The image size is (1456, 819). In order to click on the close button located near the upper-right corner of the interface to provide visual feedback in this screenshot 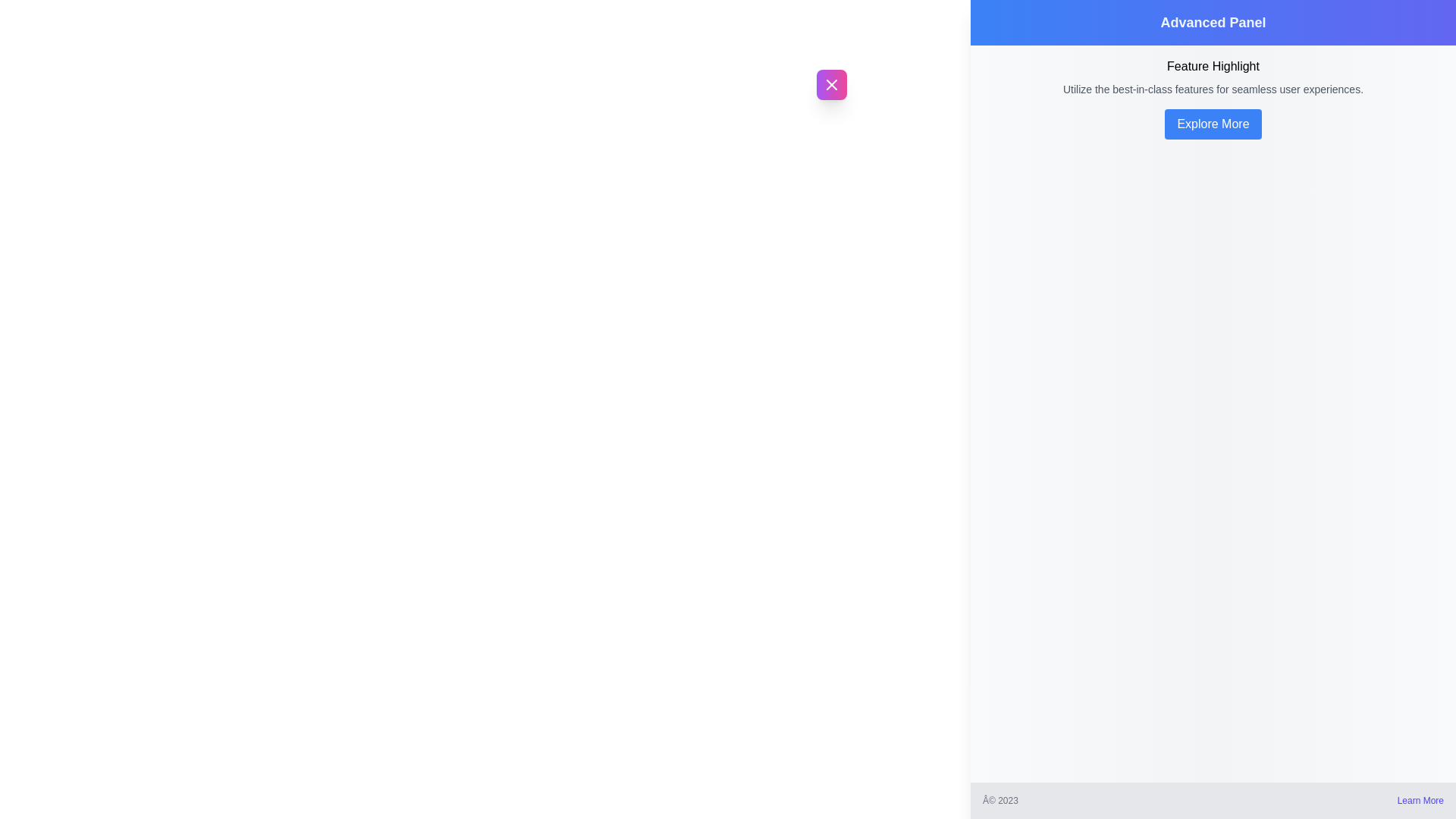, I will do `click(830, 84)`.